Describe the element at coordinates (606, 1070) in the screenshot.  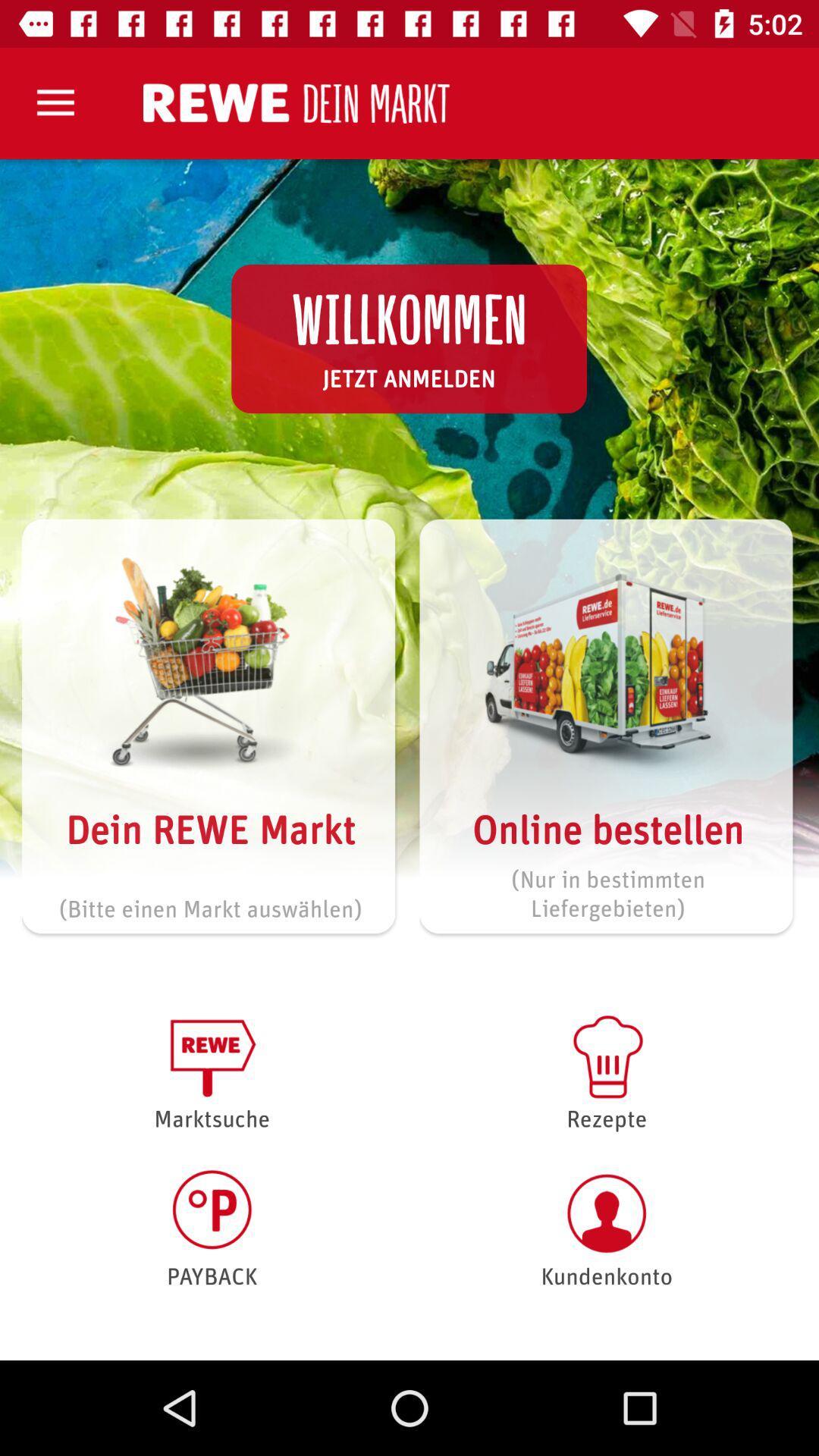
I see `the item to the right of the marktsuche icon` at that location.